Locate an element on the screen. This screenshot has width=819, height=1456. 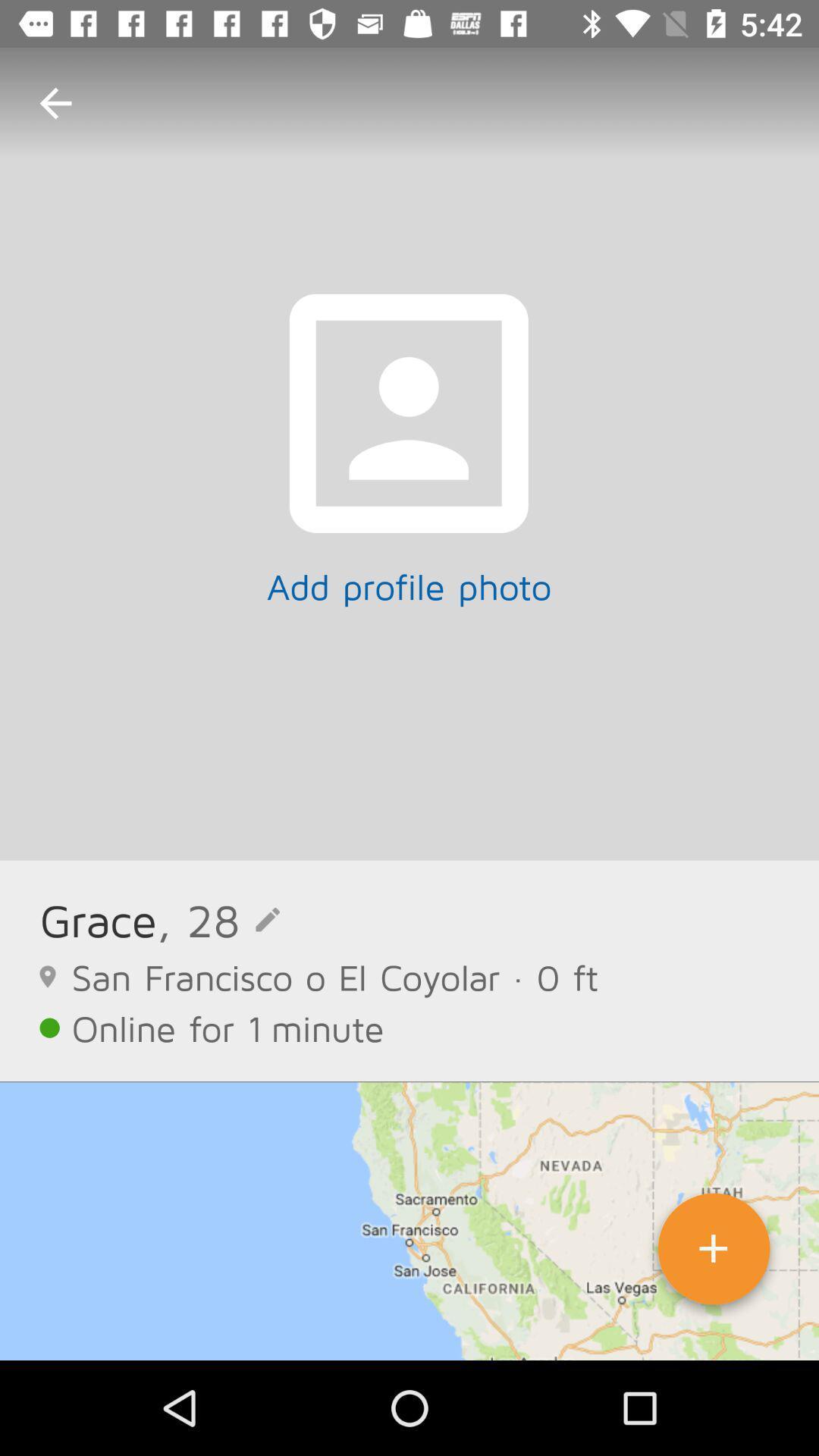
the icon at the top left corner is located at coordinates (55, 102).